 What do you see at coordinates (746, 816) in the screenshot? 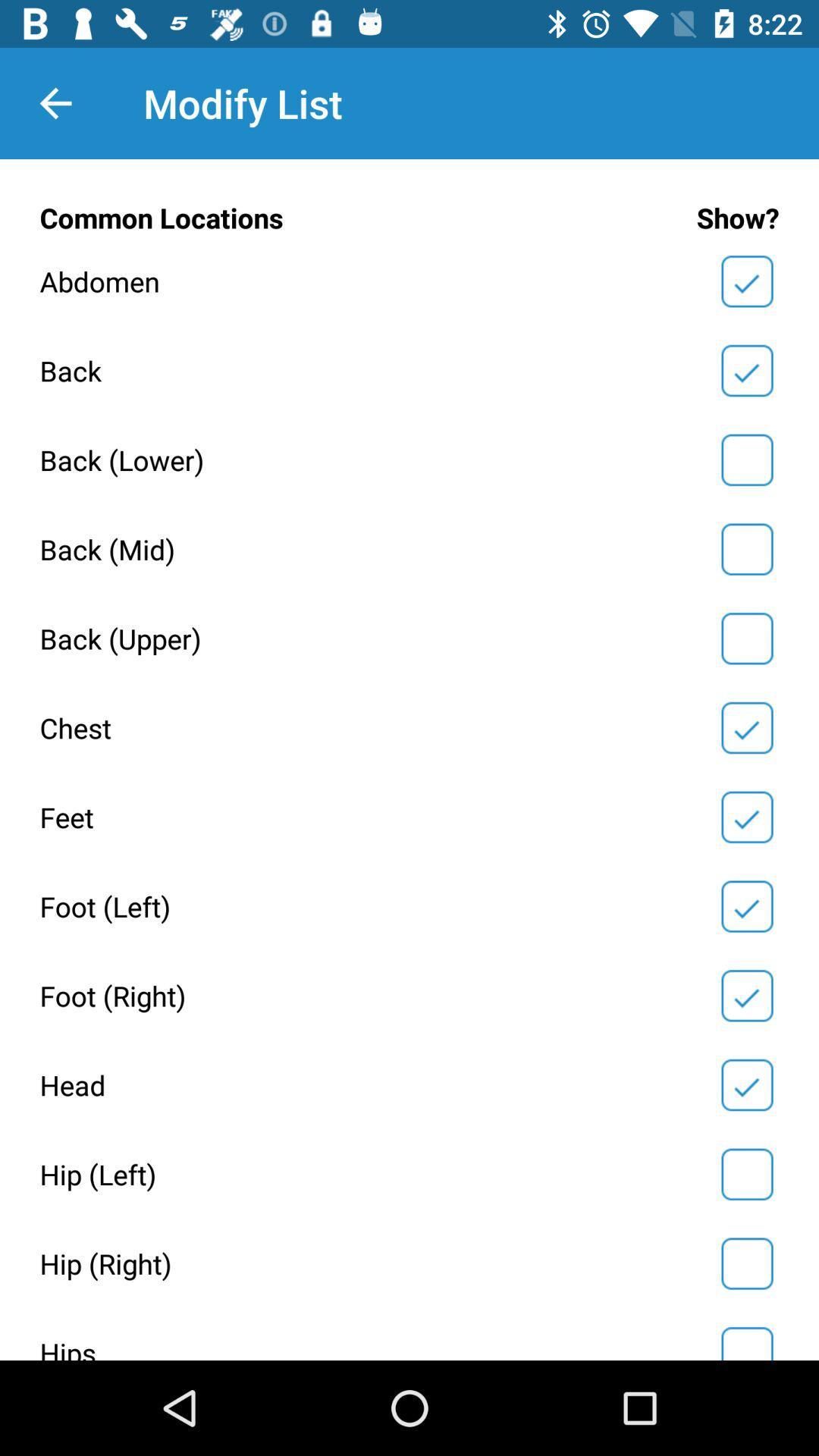
I see `feet` at bounding box center [746, 816].